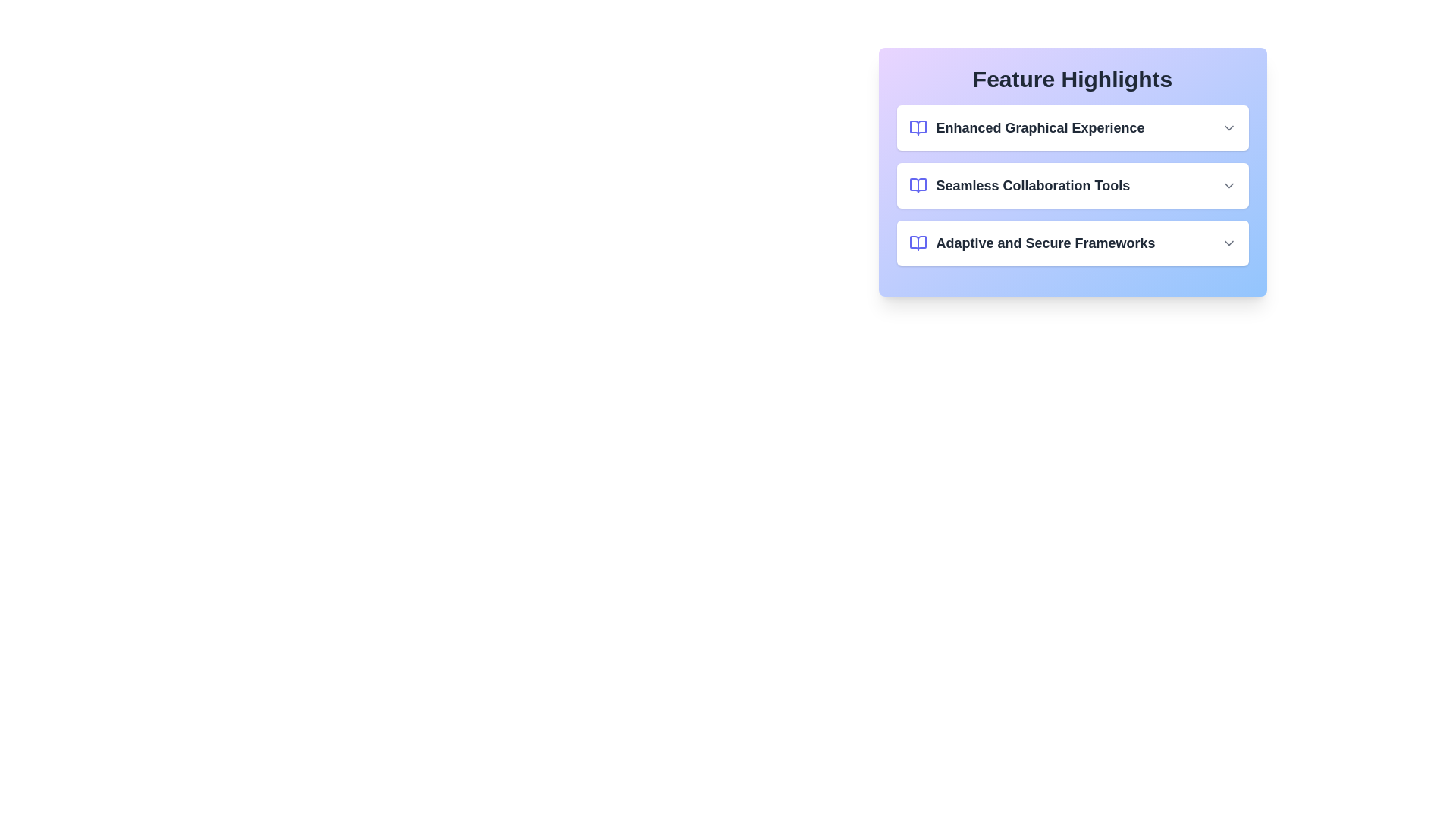 The height and width of the screenshot is (819, 1456). Describe the element at coordinates (1032, 185) in the screenshot. I see `the Text Label that provides descriptive information about a specific feature in the 'Feature Highlights' list, which is positioned as the second item in the right section of the interface` at that location.